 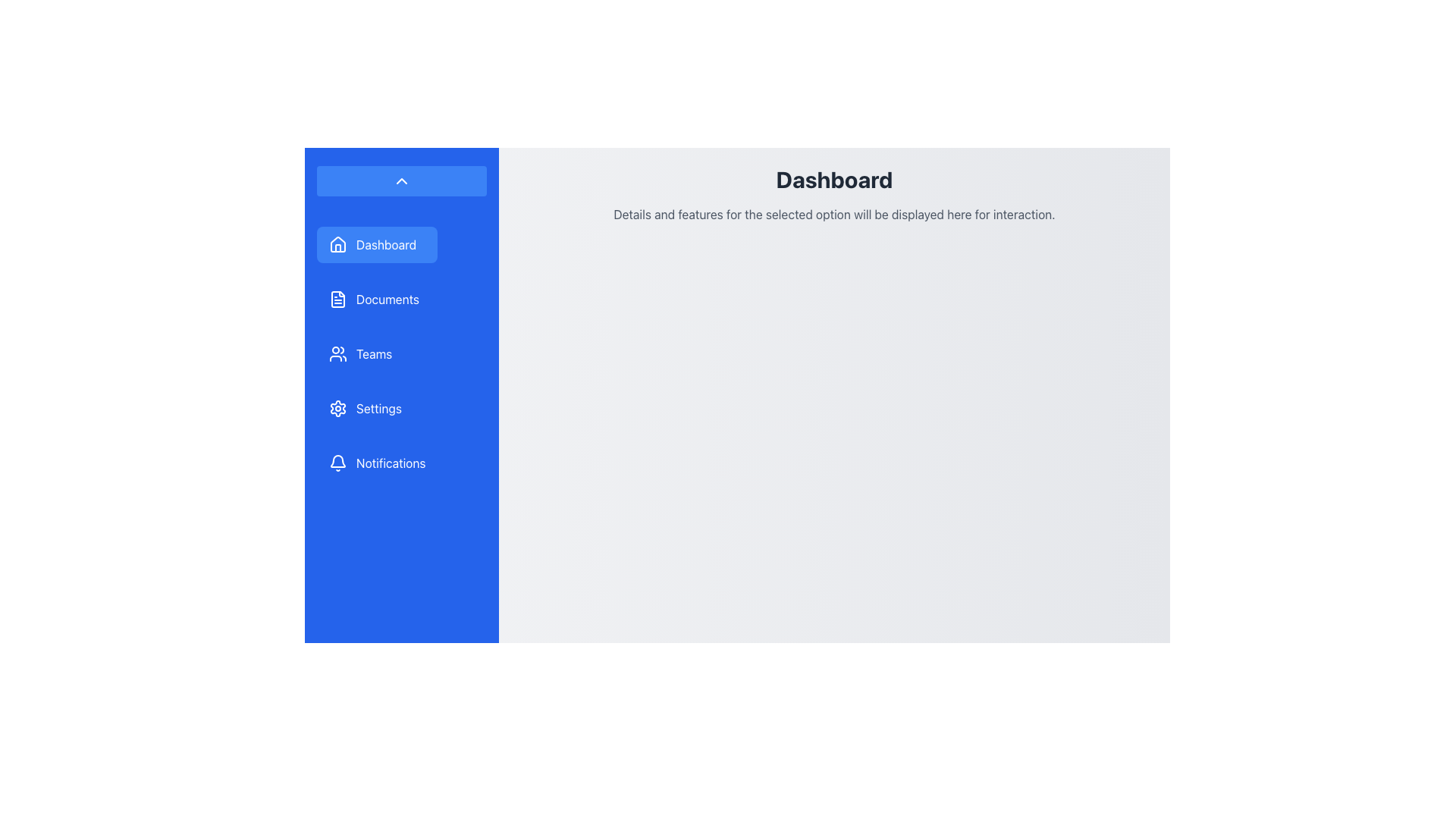 What do you see at coordinates (377, 244) in the screenshot?
I see `the 'Dashboard' button, which is a blue rectangular button with a white house icon and bold white text, located at the top of the vertical navigation bar` at bounding box center [377, 244].